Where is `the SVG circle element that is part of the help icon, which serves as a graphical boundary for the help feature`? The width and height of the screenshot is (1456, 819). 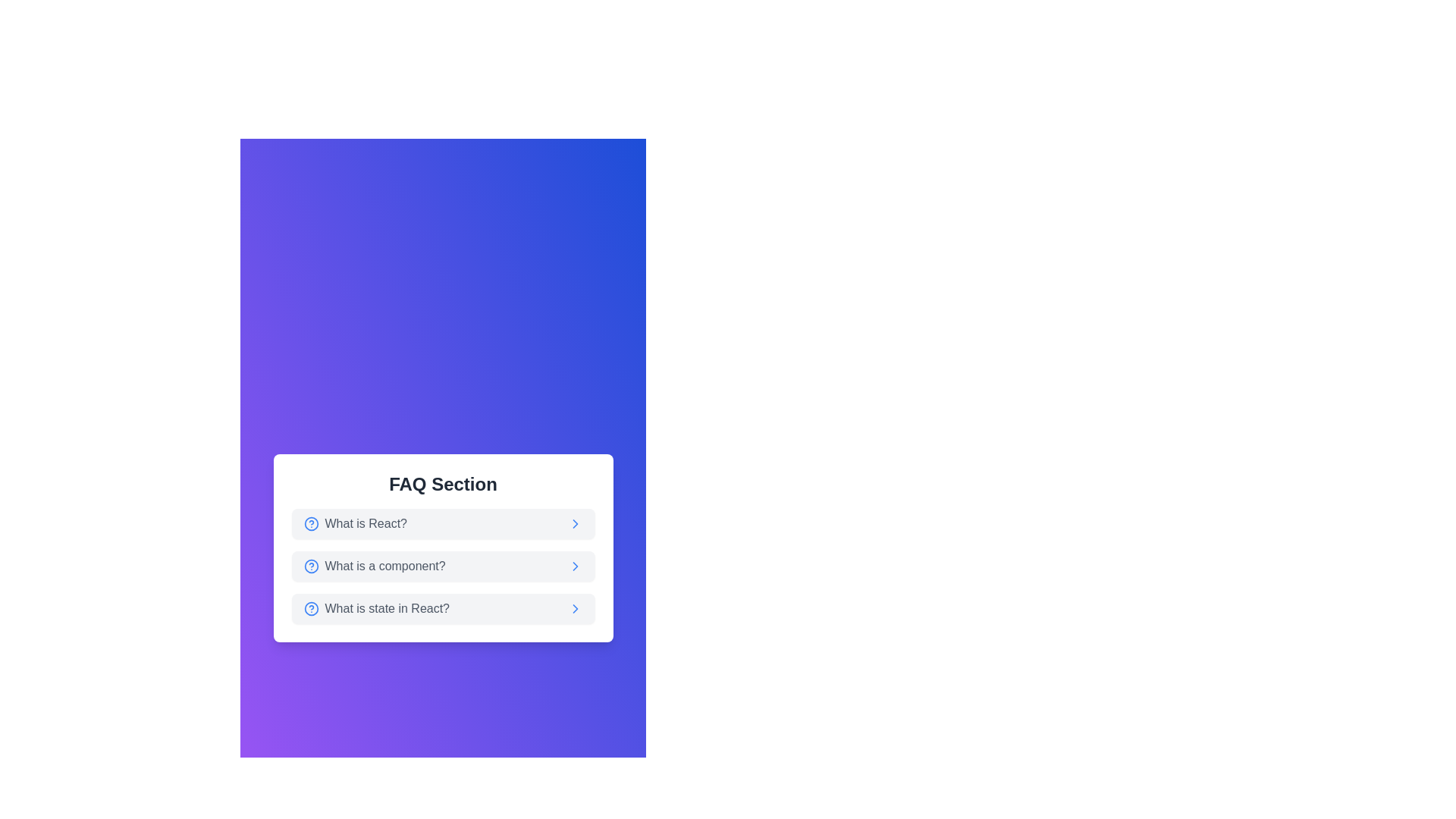 the SVG circle element that is part of the help icon, which serves as a graphical boundary for the help feature is located at coordinates (310, 522).